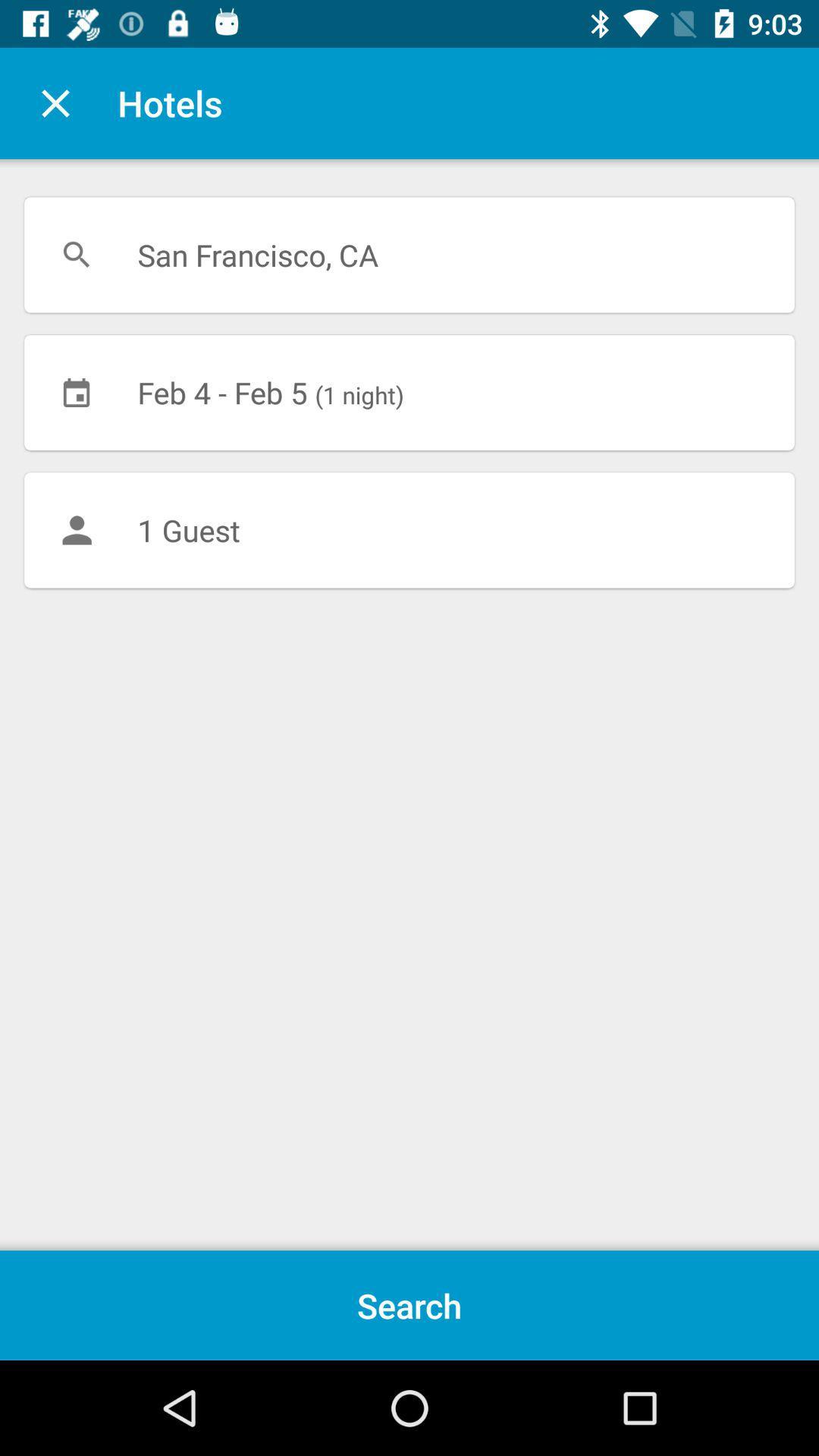 Image resolution: width=819 pixels, height=1456 pixels. Describe the element at coordinates (409, 392) in the screenshot. I see `the feb 4 feb icon` at that location.